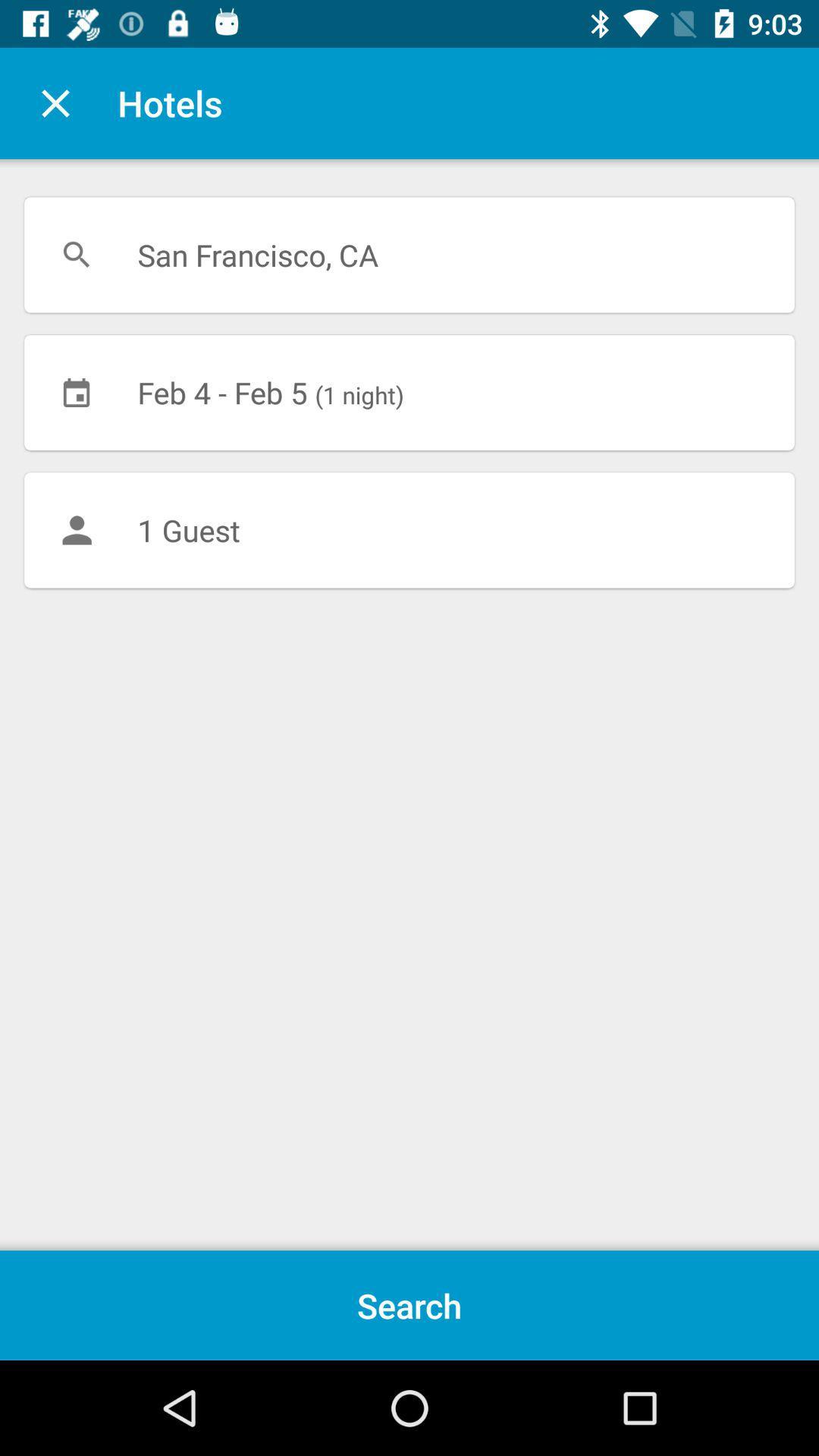 Image resolution: width=819 pixels, height=1456 pixels. Describe the element at coordinates (409, 392) in the screenshot. I see `the feb 4 feb icon` at that location.